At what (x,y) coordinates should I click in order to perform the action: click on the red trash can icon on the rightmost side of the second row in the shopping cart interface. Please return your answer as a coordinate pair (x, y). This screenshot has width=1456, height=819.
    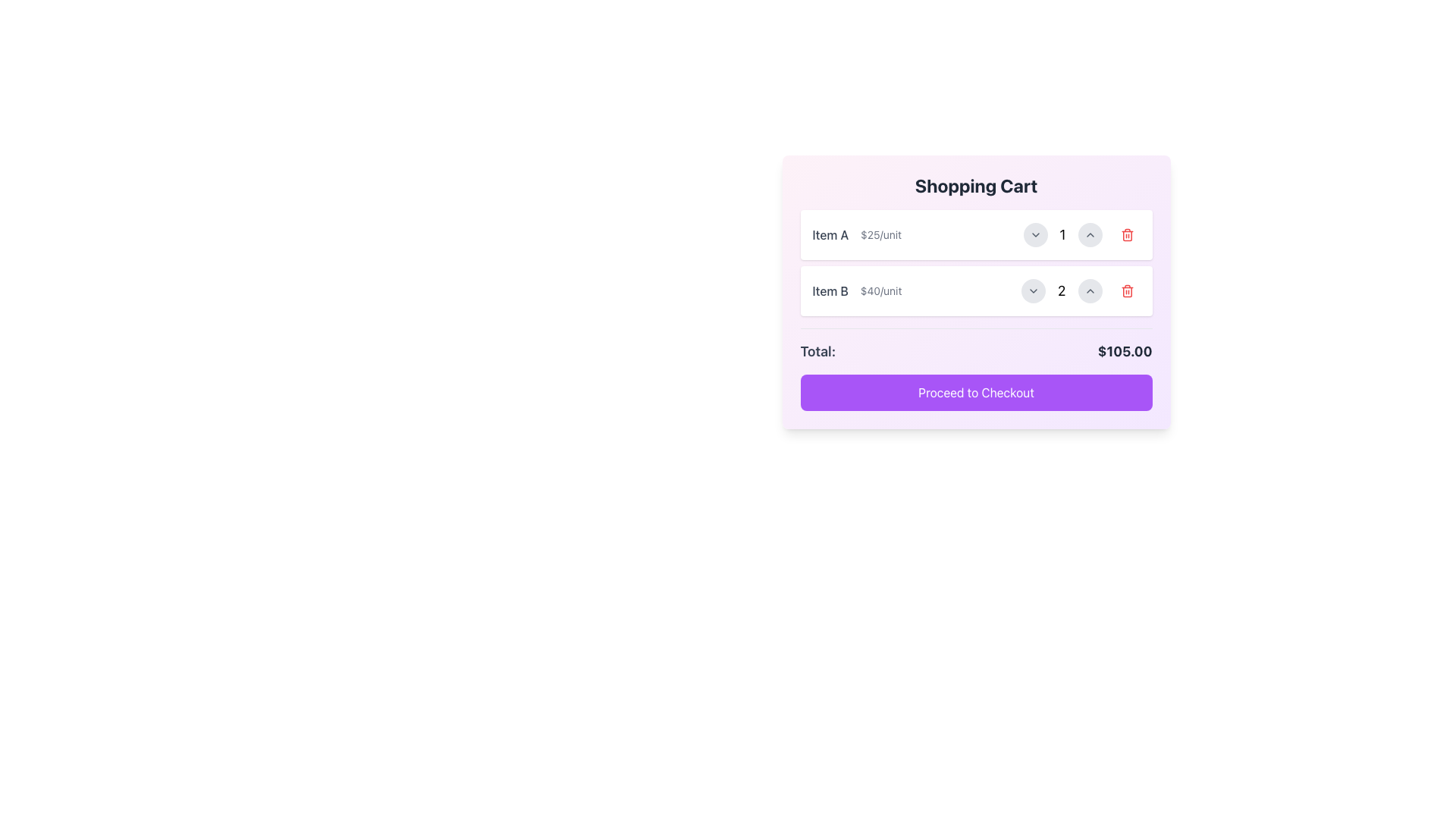
    Looking at the image, I should click on (1127, 291).